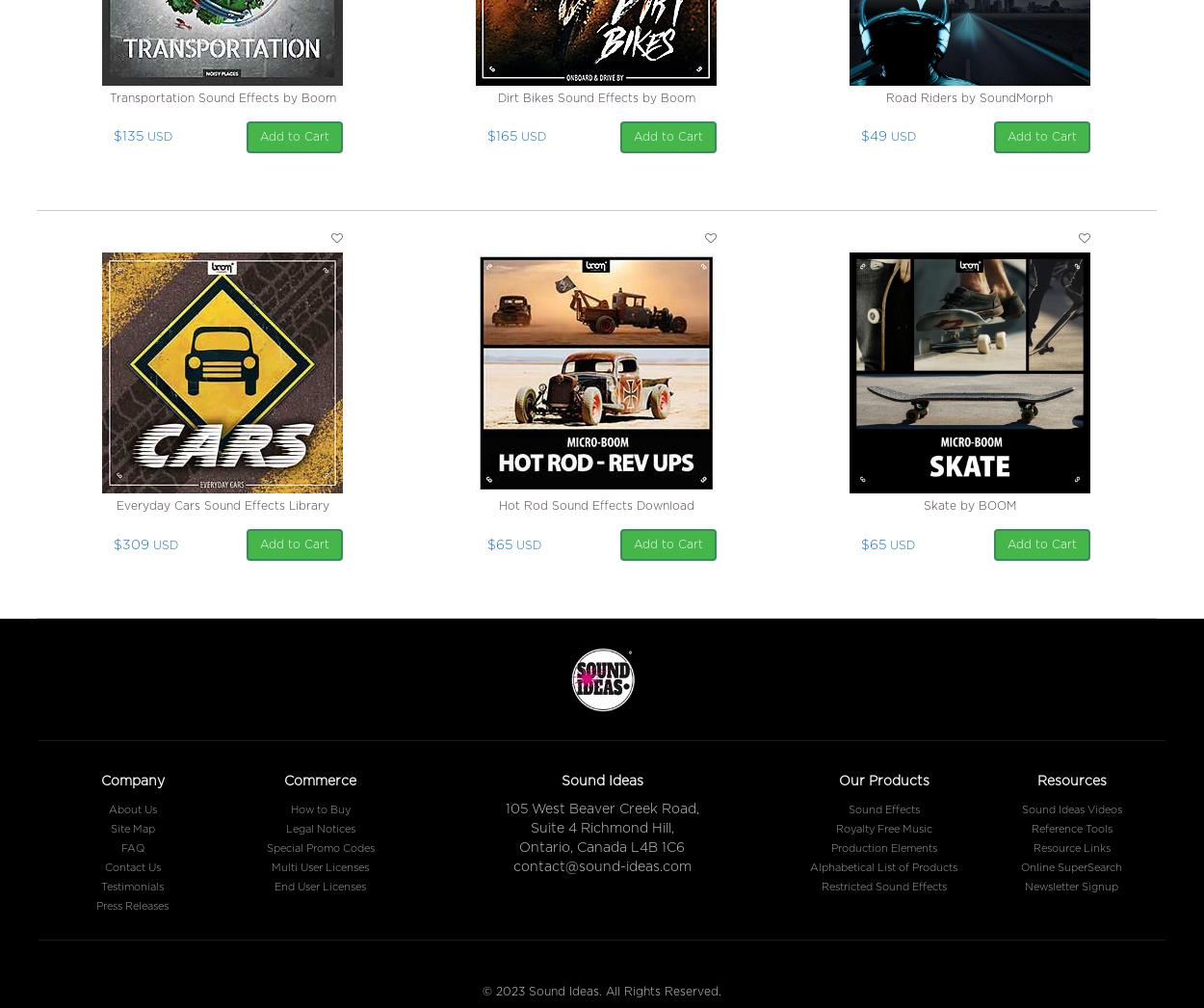 Image resolution: width=1204 pixels, height=1008 pixels. Describe the element at coordinates (113, 544) in the screenshot. I see `'$309'` at that location.